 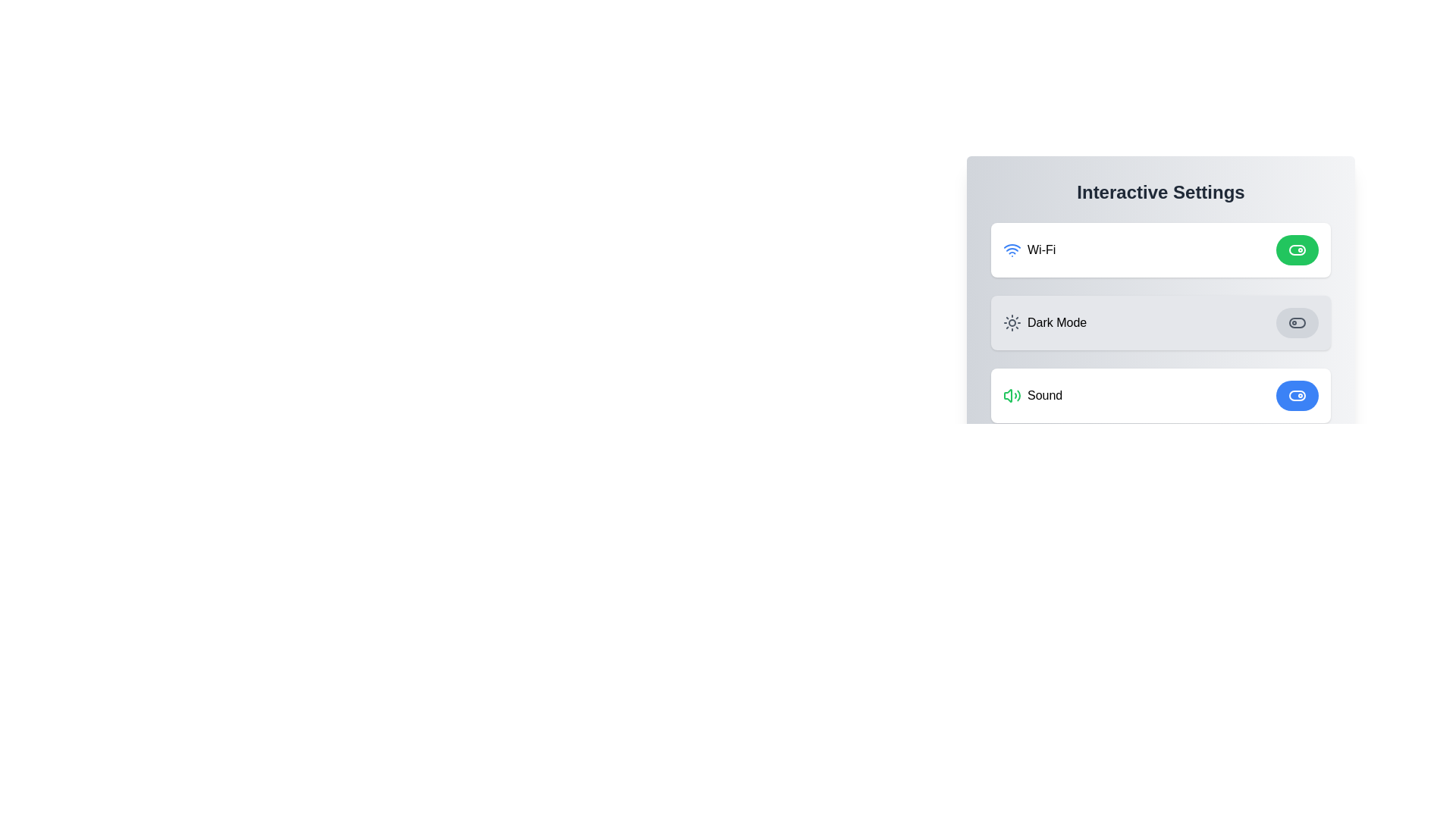 I want to click on the toggle button with a blue background and rounded edges, positioned in the bottom-right corner of the 'Sound' setting in the 'Interactive Settings' section, so click(x=1296, y=394).